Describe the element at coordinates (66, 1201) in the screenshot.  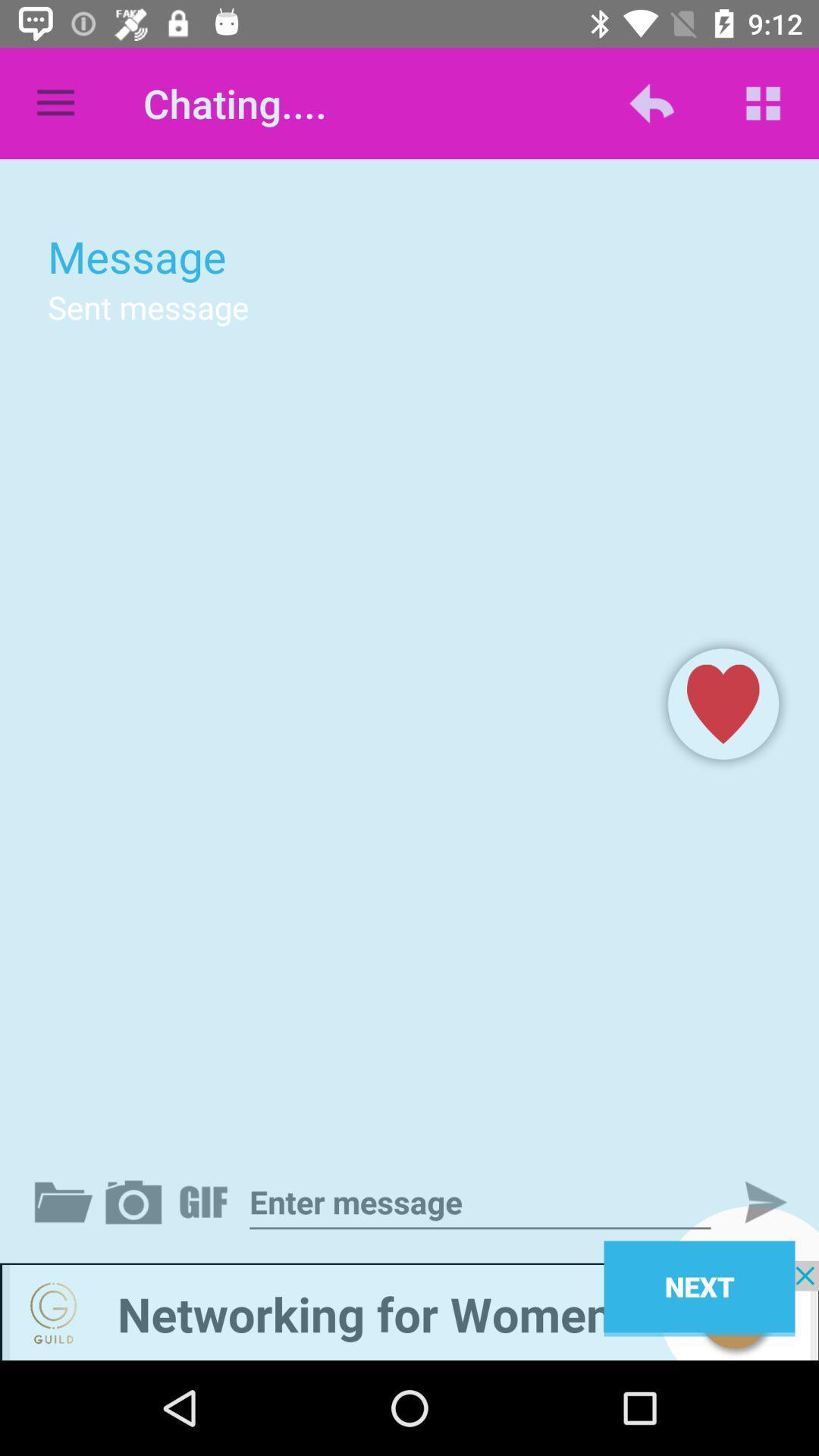
I see `files icon` at that location.